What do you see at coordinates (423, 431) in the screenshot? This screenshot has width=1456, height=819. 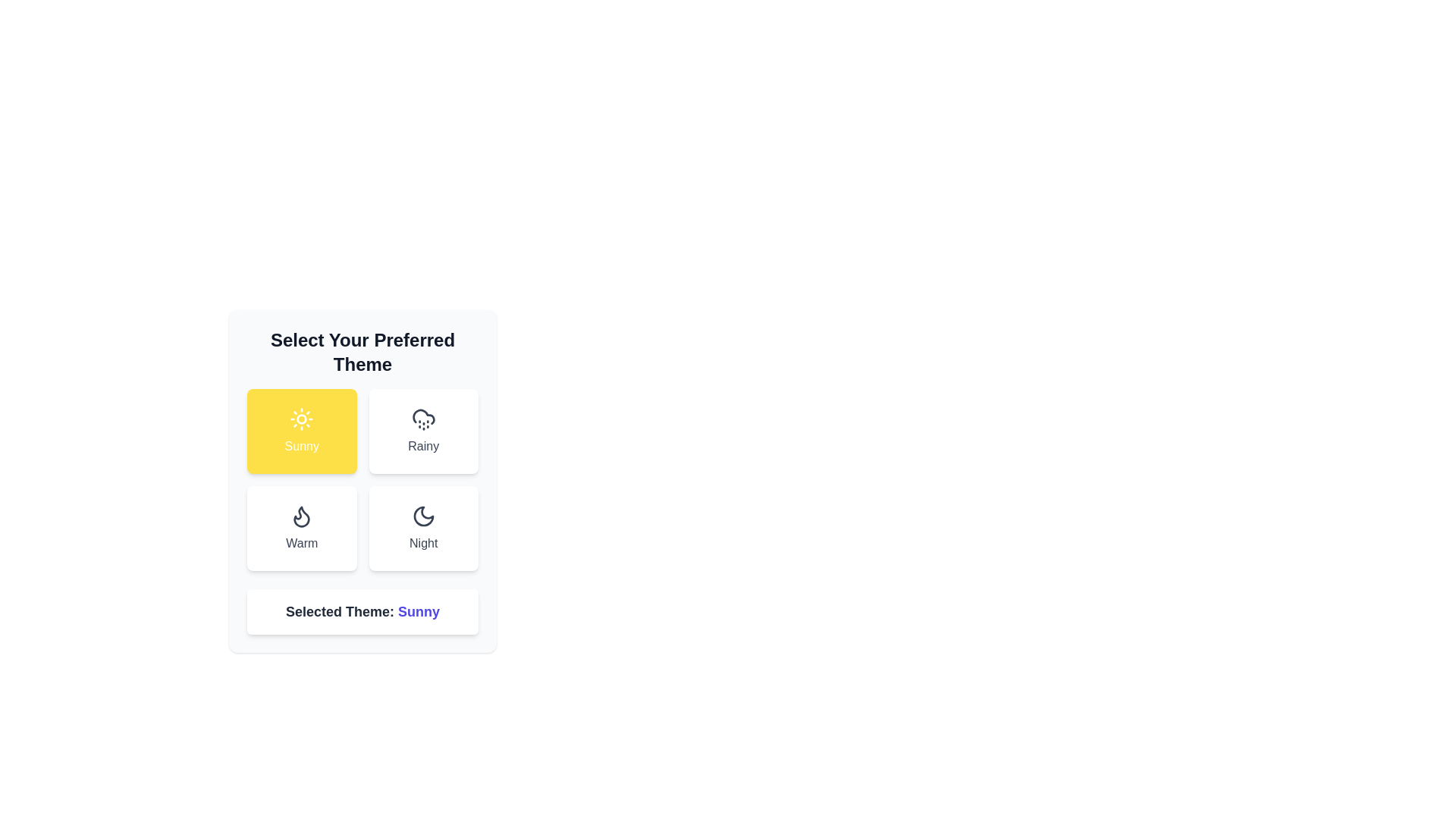 I see `the theme button labeled Rainy to select it` at bounding box center [423, 431].